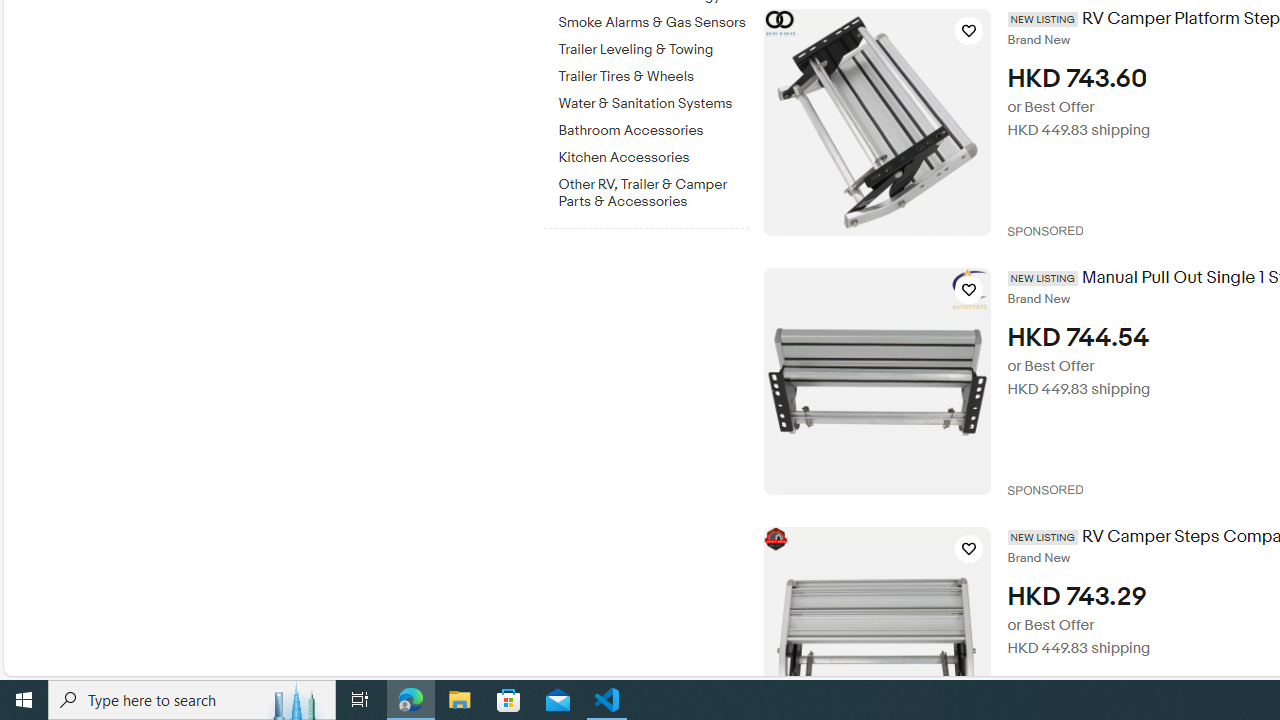 The width and height of the screenshot is (1280, 720). I want to click on 'Kitchen Accessories', so click(653, 157).